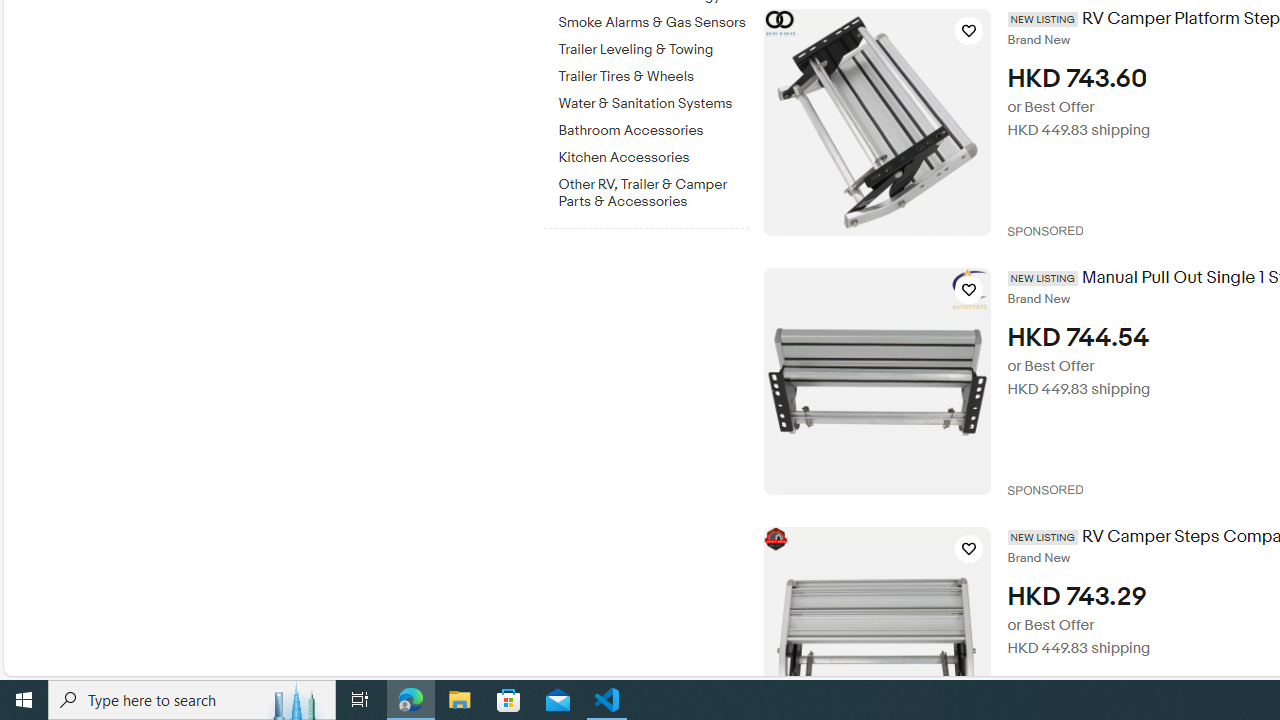 The width and height of the screenshot is (1280, 720). I want to click on 'Kitchen Accessories', so click(653, 157).